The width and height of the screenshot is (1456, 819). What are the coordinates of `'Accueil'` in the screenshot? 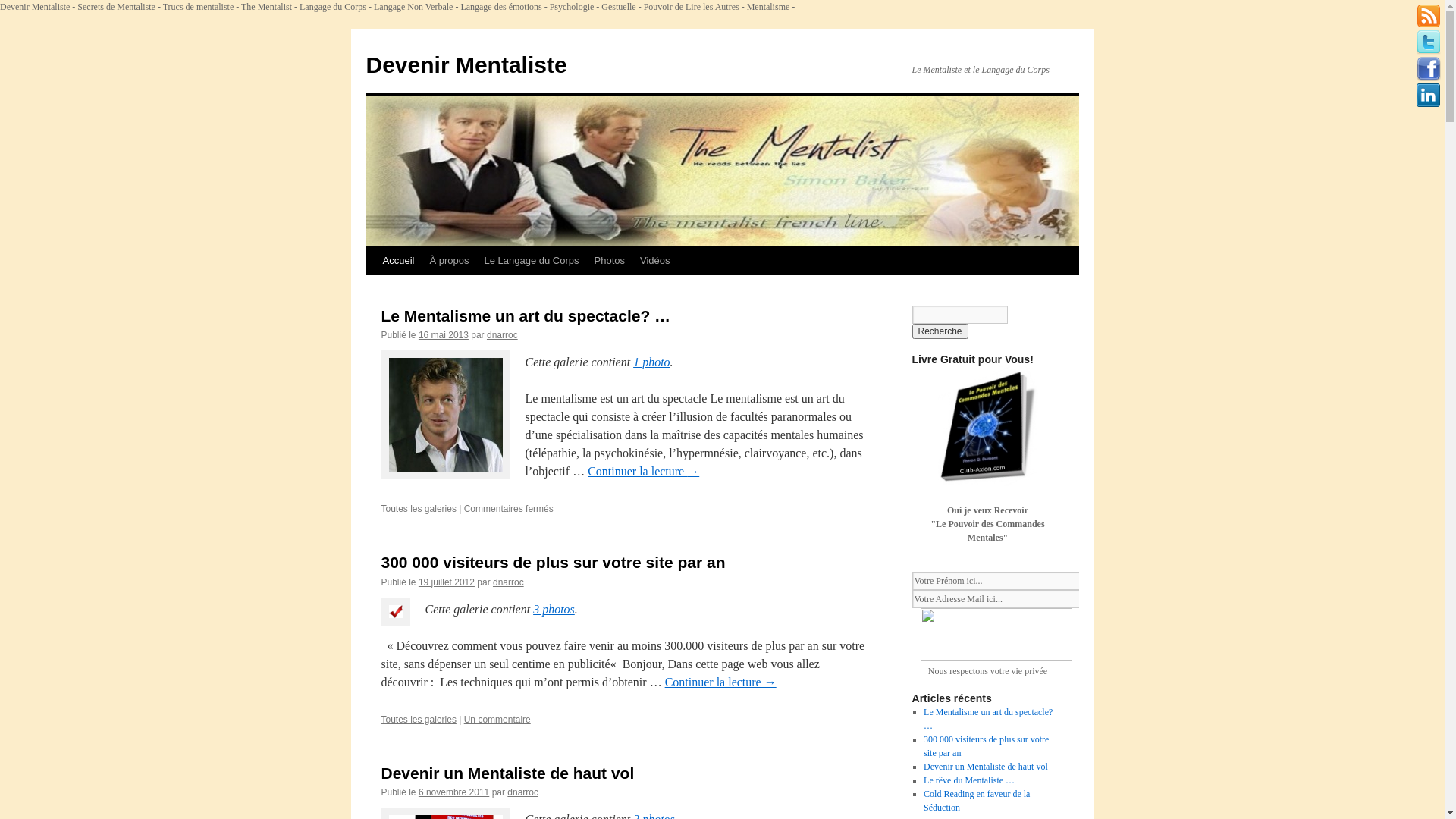 It's located at (397, 259).